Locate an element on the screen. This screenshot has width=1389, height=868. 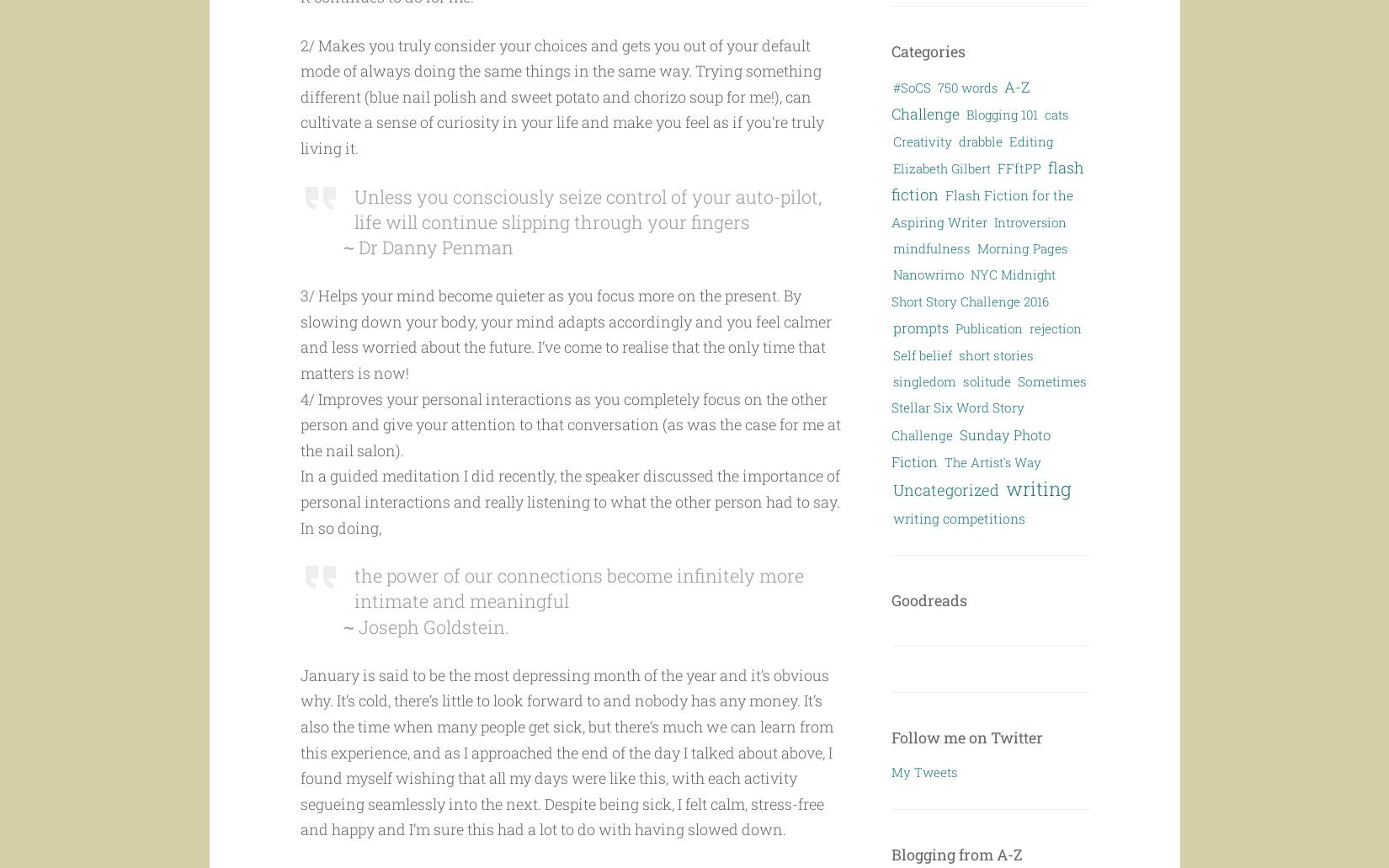
'drabble' is located at coordinates (981, 140).